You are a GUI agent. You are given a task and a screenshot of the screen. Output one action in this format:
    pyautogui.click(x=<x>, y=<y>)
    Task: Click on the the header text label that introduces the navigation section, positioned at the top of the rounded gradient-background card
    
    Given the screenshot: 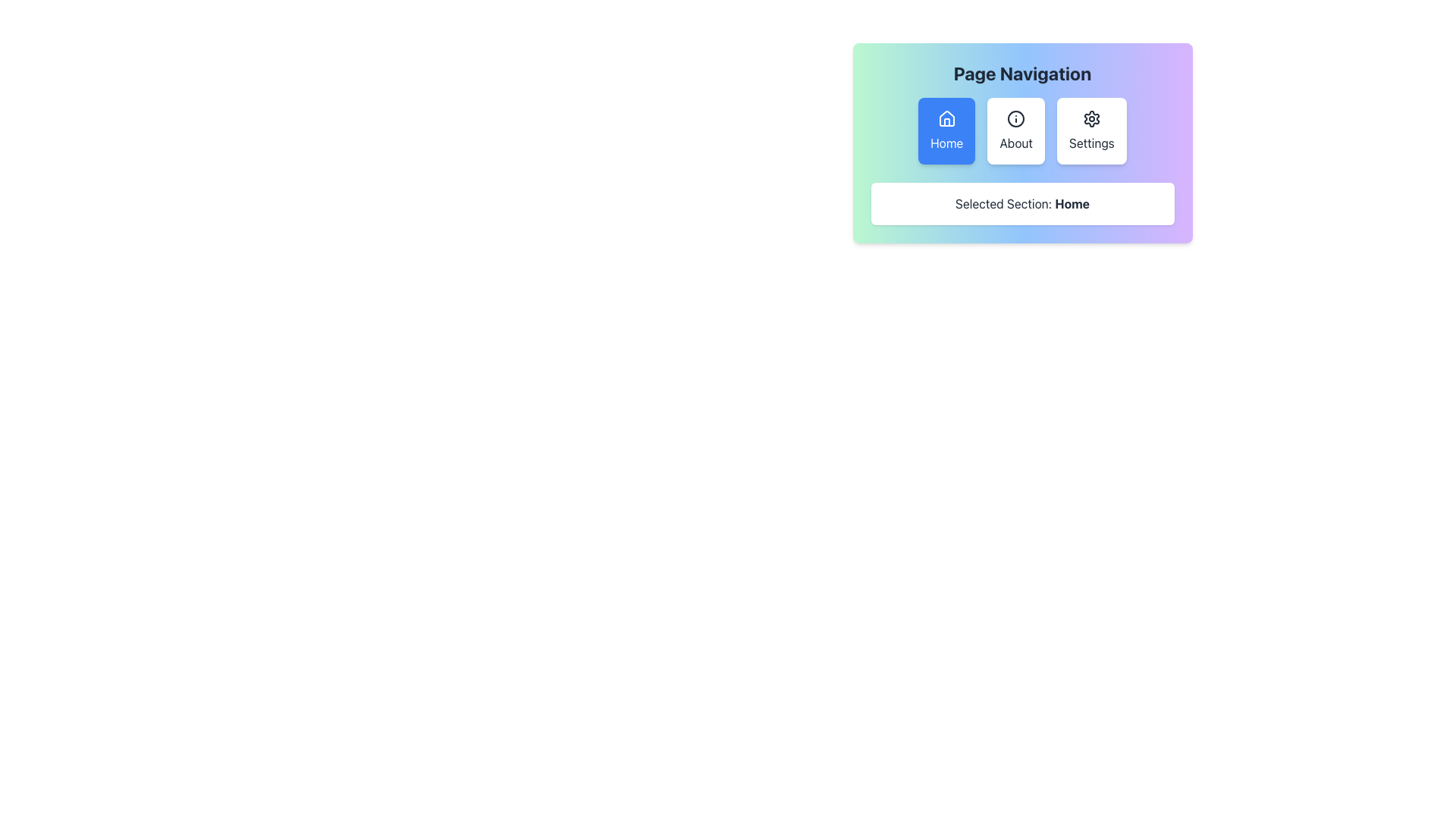 What is the action you would take?
    pyautogui.click(x=1022, y=73)
    